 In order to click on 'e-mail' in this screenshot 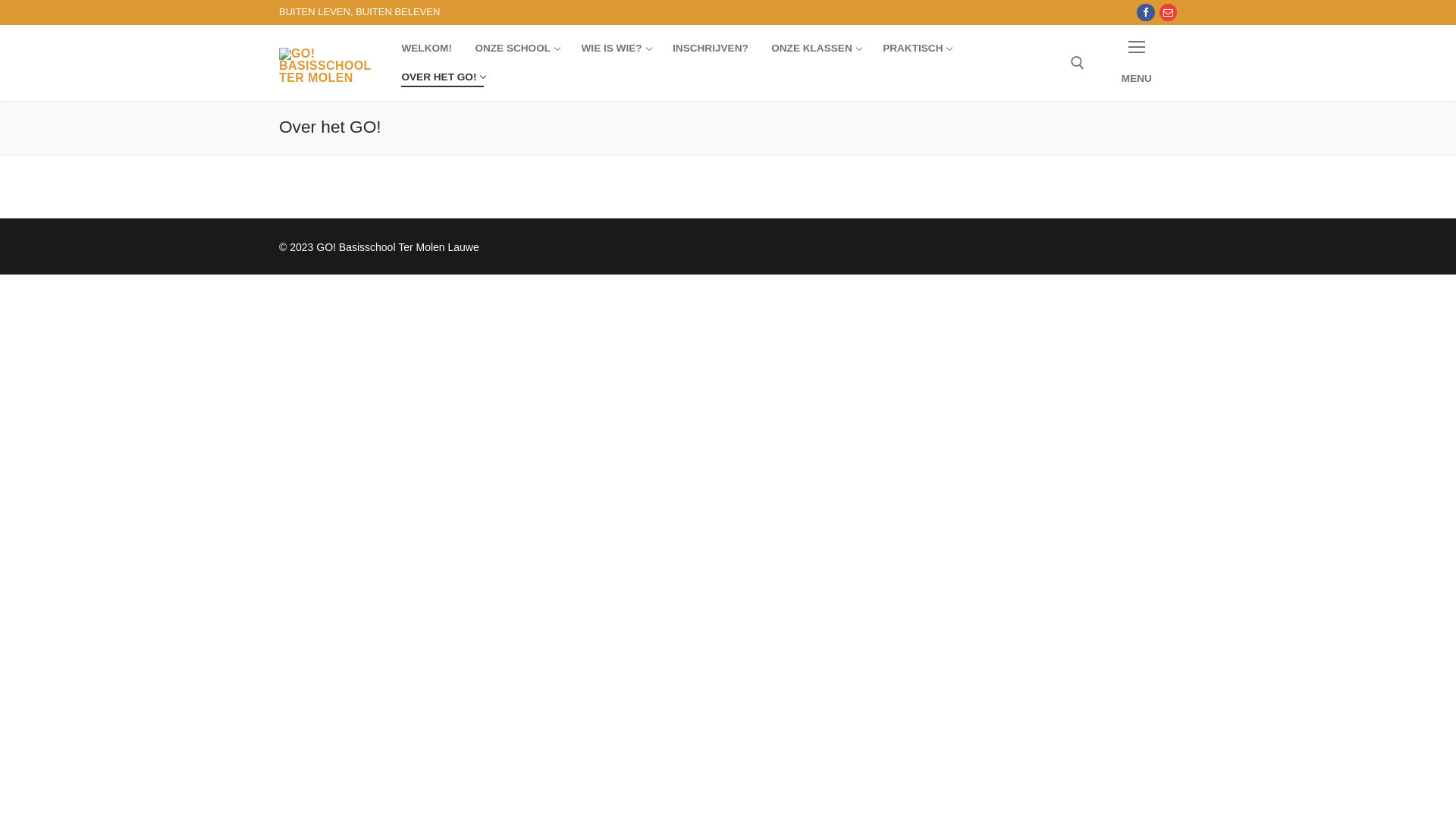, I will do `click(1167, 12)`.